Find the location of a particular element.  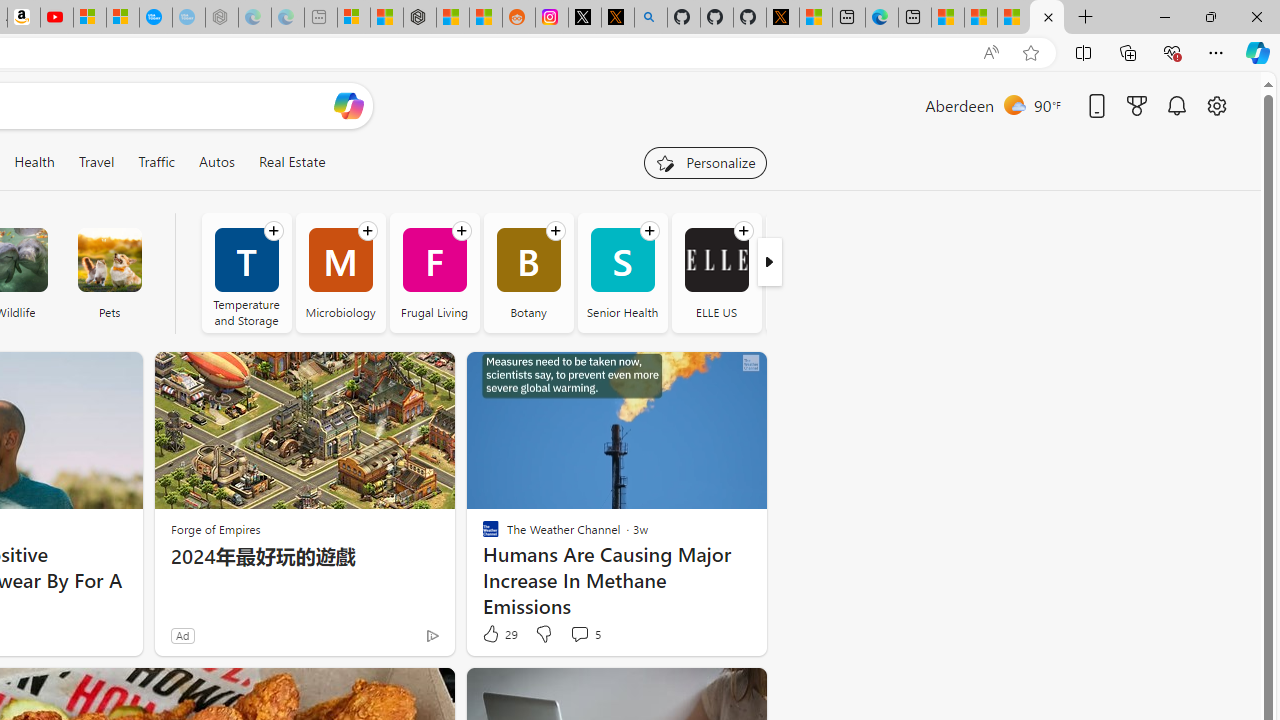

'github - Search' is located at coordinates (650, 17).